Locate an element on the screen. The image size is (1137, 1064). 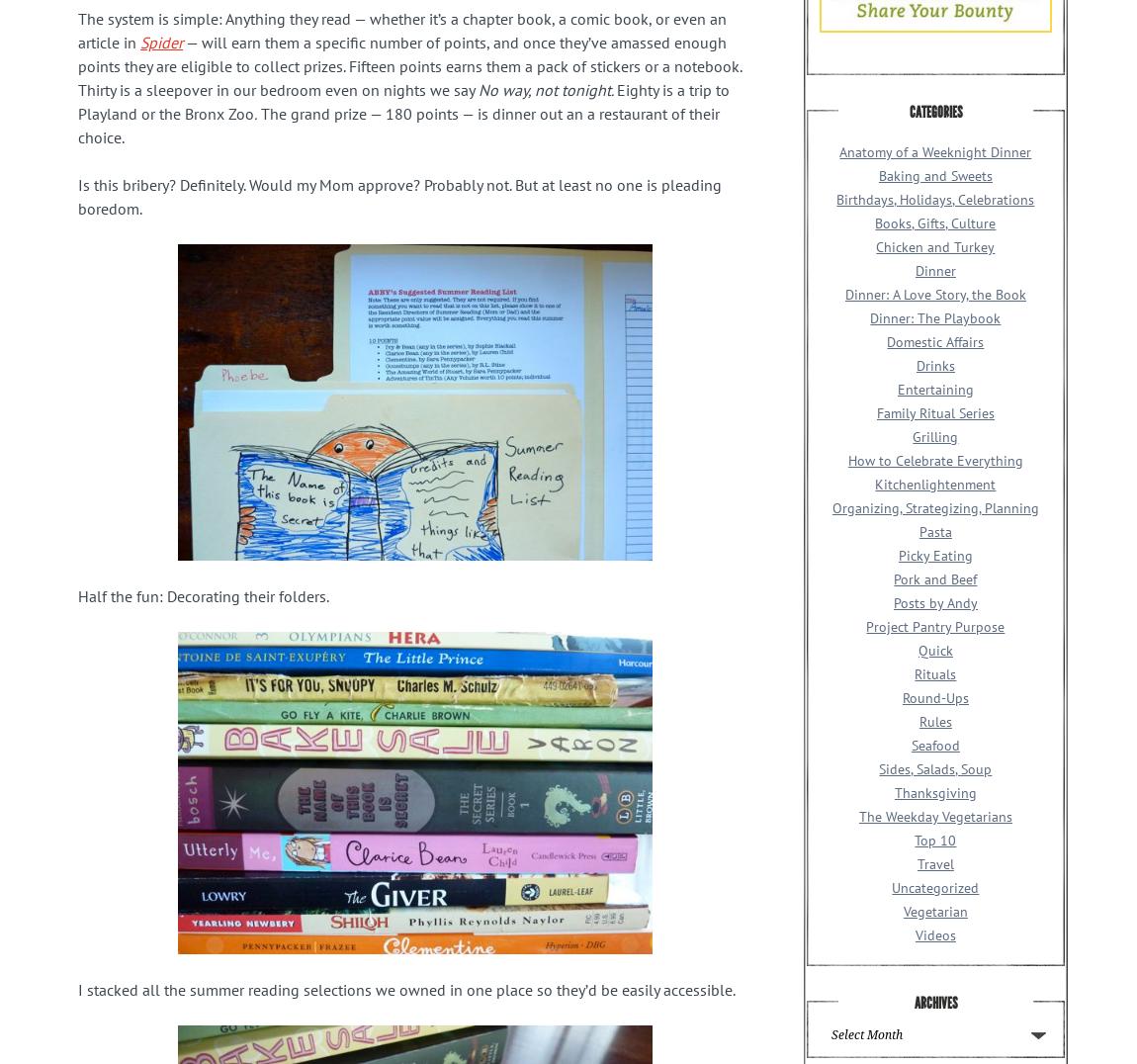
'Travel' is located at coordinates (934, 864).